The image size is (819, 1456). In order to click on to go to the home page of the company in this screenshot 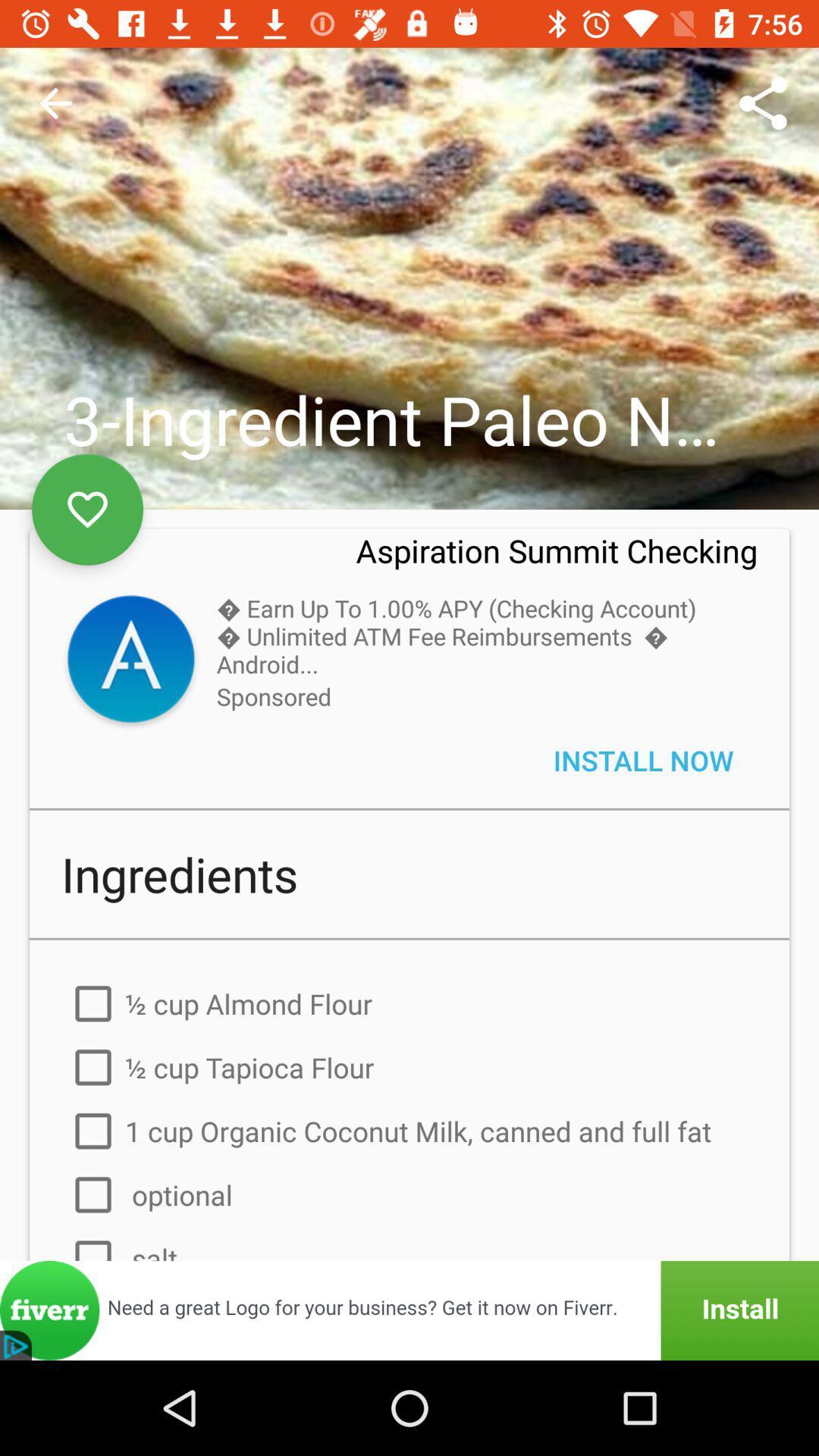, I will do `click(130, 661)`.